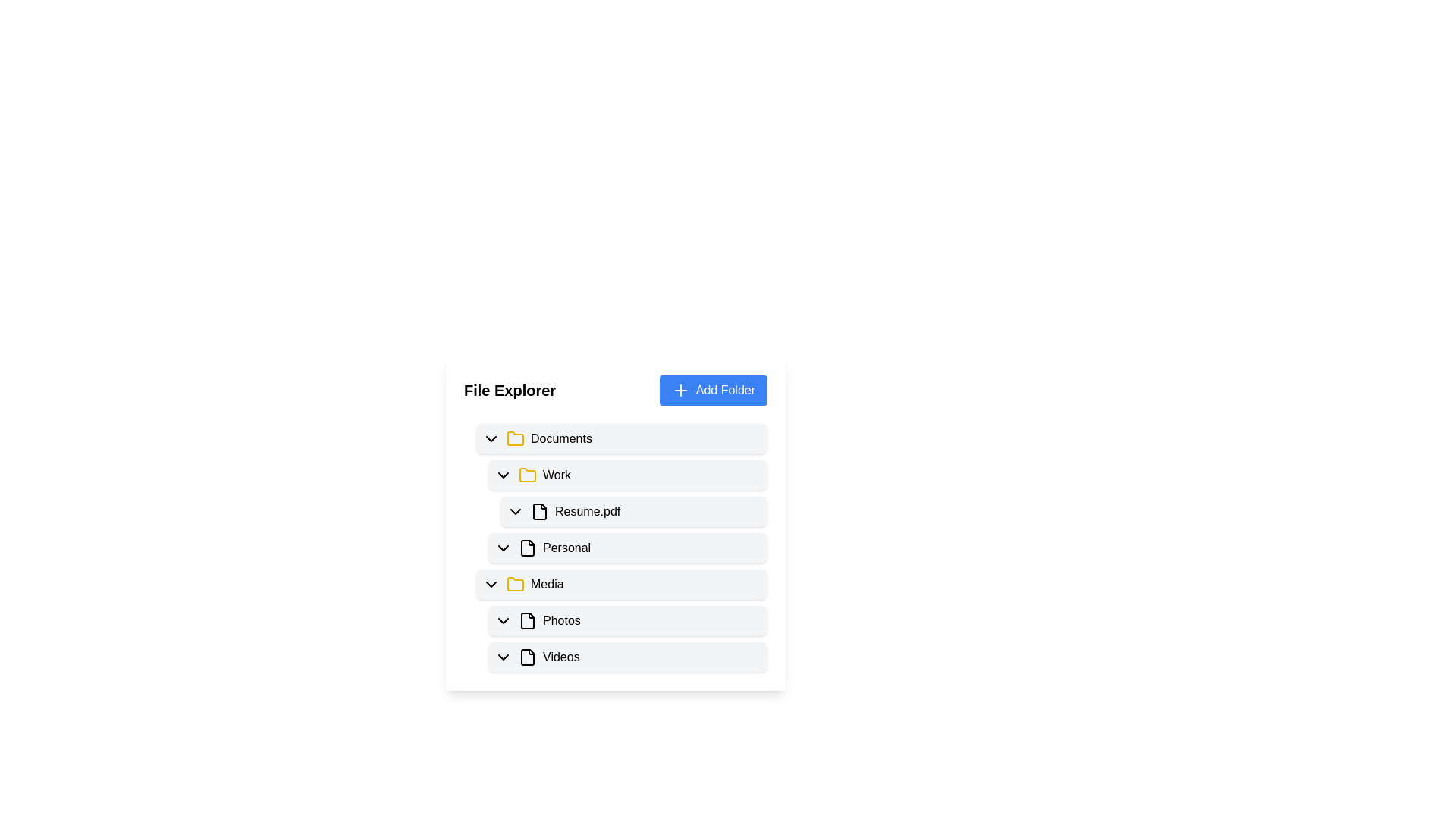 This screenshot has width=1456, height=819. What do you see at coordinates (528, 473) in the screenshot?
I see `the yellow folder icon with rounded edges located in the 'File Explorer' section, aligned with the 'Work' label` at bounding box center [528, 473].